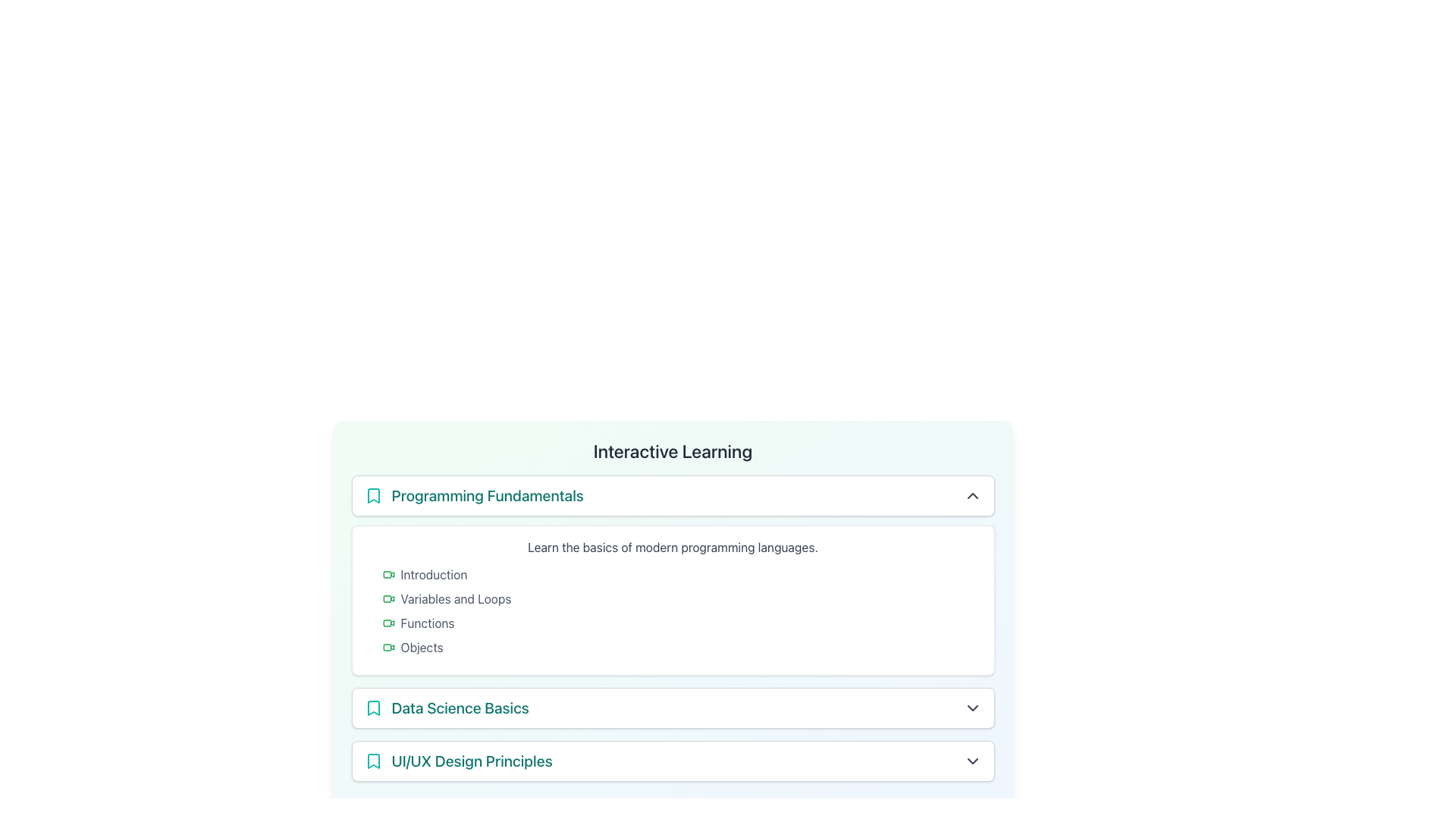 This screenshot has height=819, width=1456. Describe the element at coordinates (373, 496) in the screenshot. I see `the bookmark icon located in the top-left corner of its section` at that location.